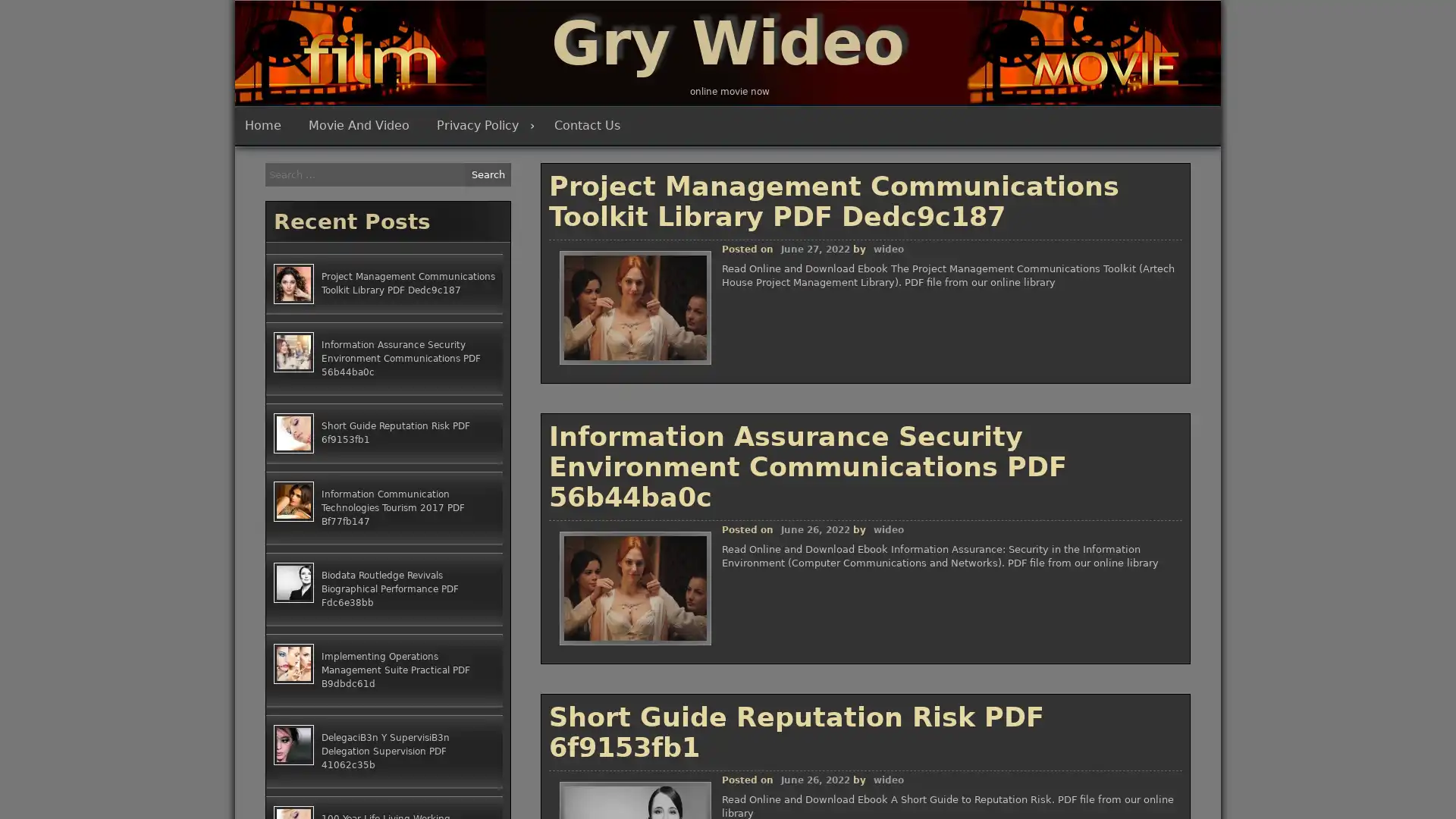  Describe the element at coordinates (488, 174) in the screenshot. I see `Search` at that location.